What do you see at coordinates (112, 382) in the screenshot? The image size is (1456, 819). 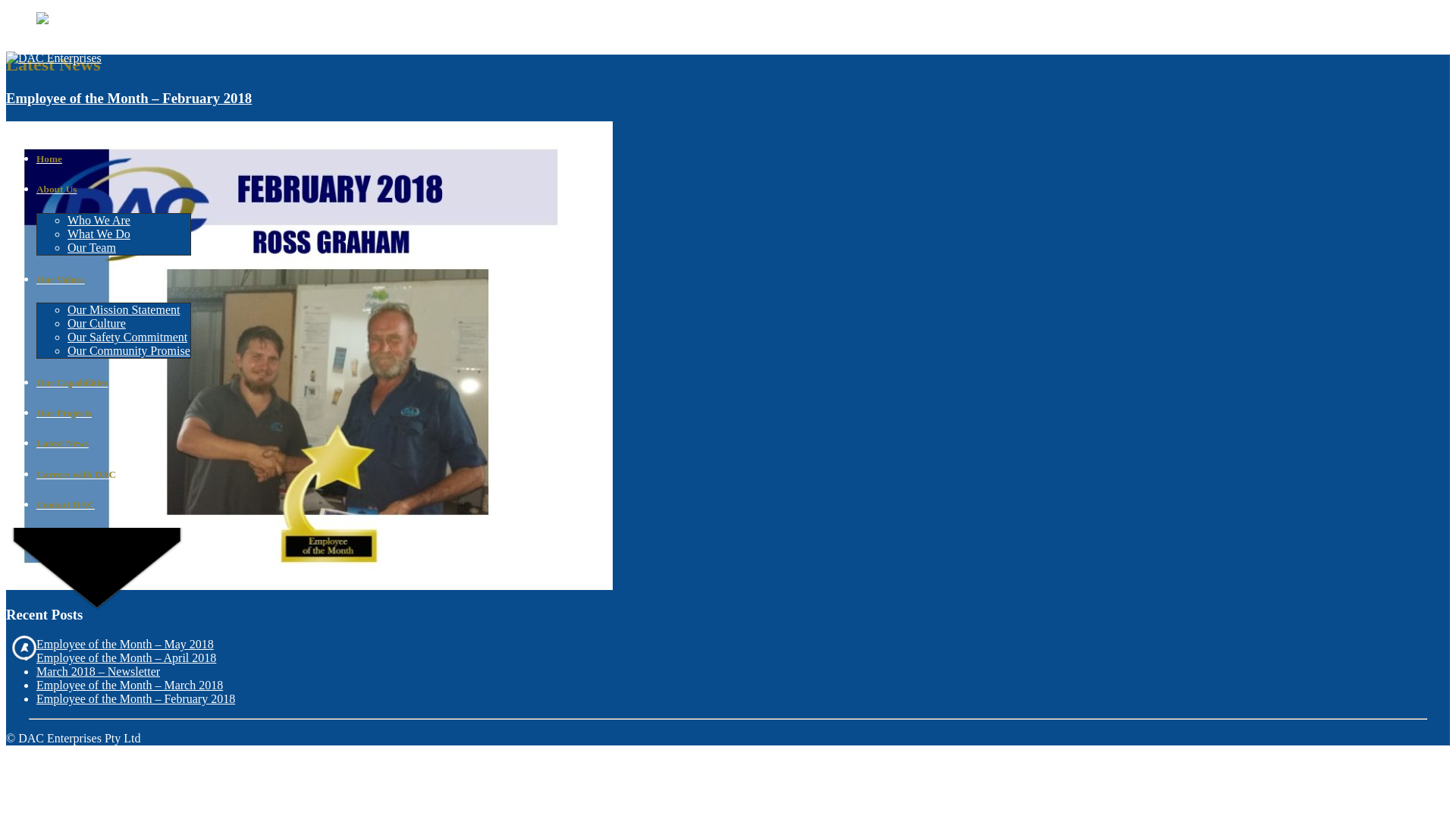 I see `'Our Capabilities'` at bounding box center [112, 382].